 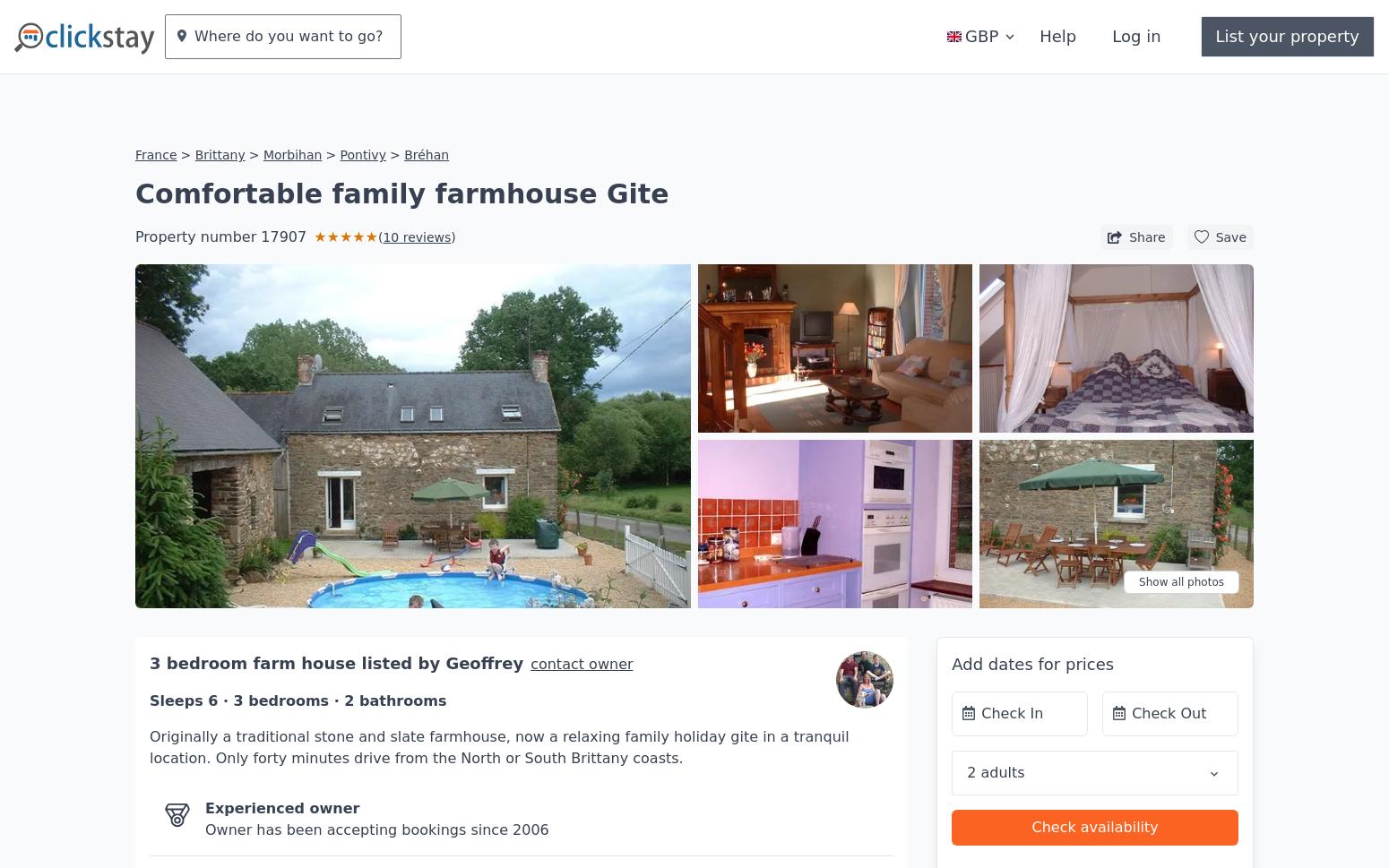 I want to click on 'listed by', so click(x=402, y=608).